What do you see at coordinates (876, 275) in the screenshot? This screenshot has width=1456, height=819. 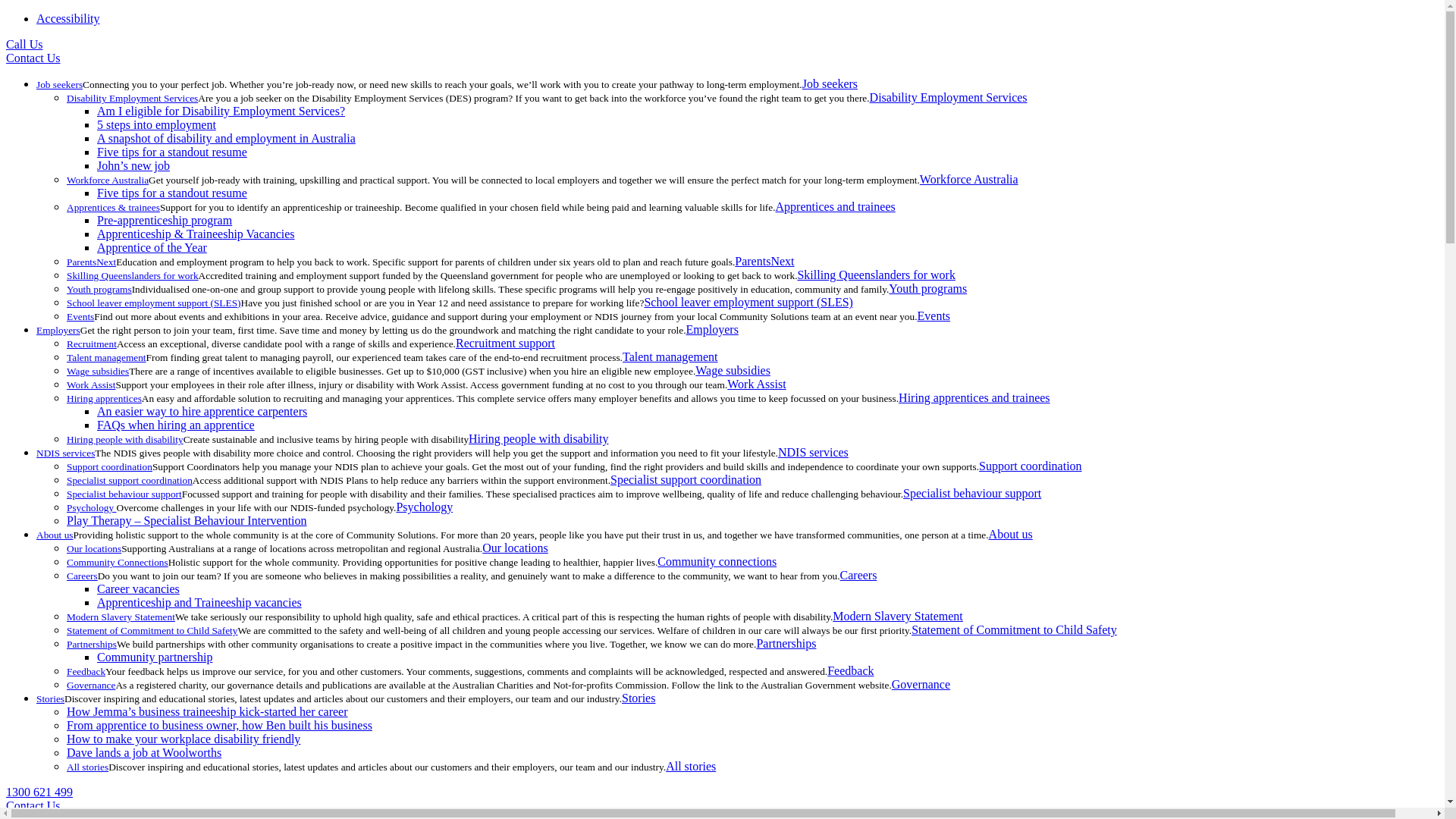 I see `'Skilling Queenslanders for work'` at bounding box center [876, 275].